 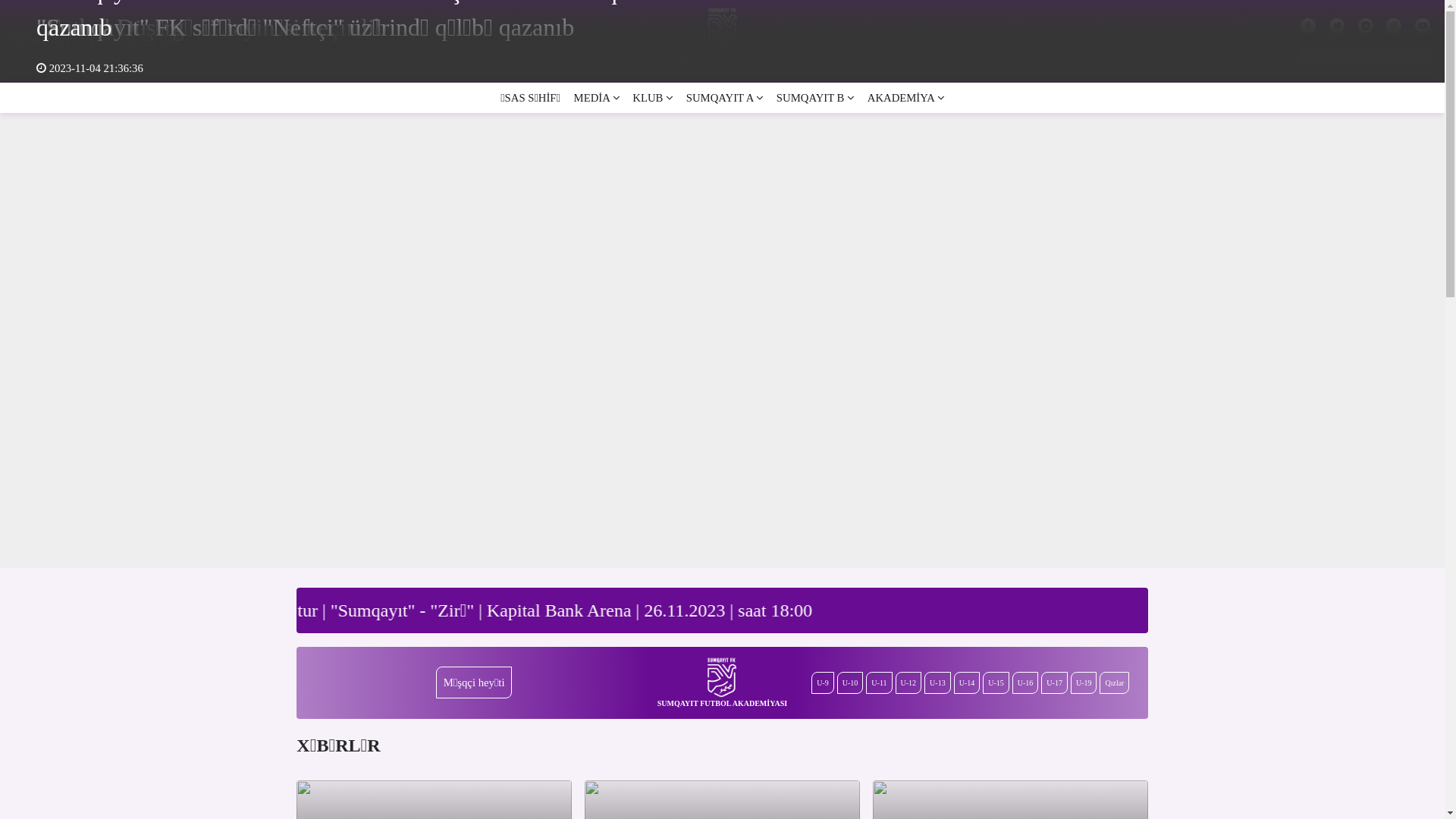 I want to click on 'U-13', so click(x=924, y=682).